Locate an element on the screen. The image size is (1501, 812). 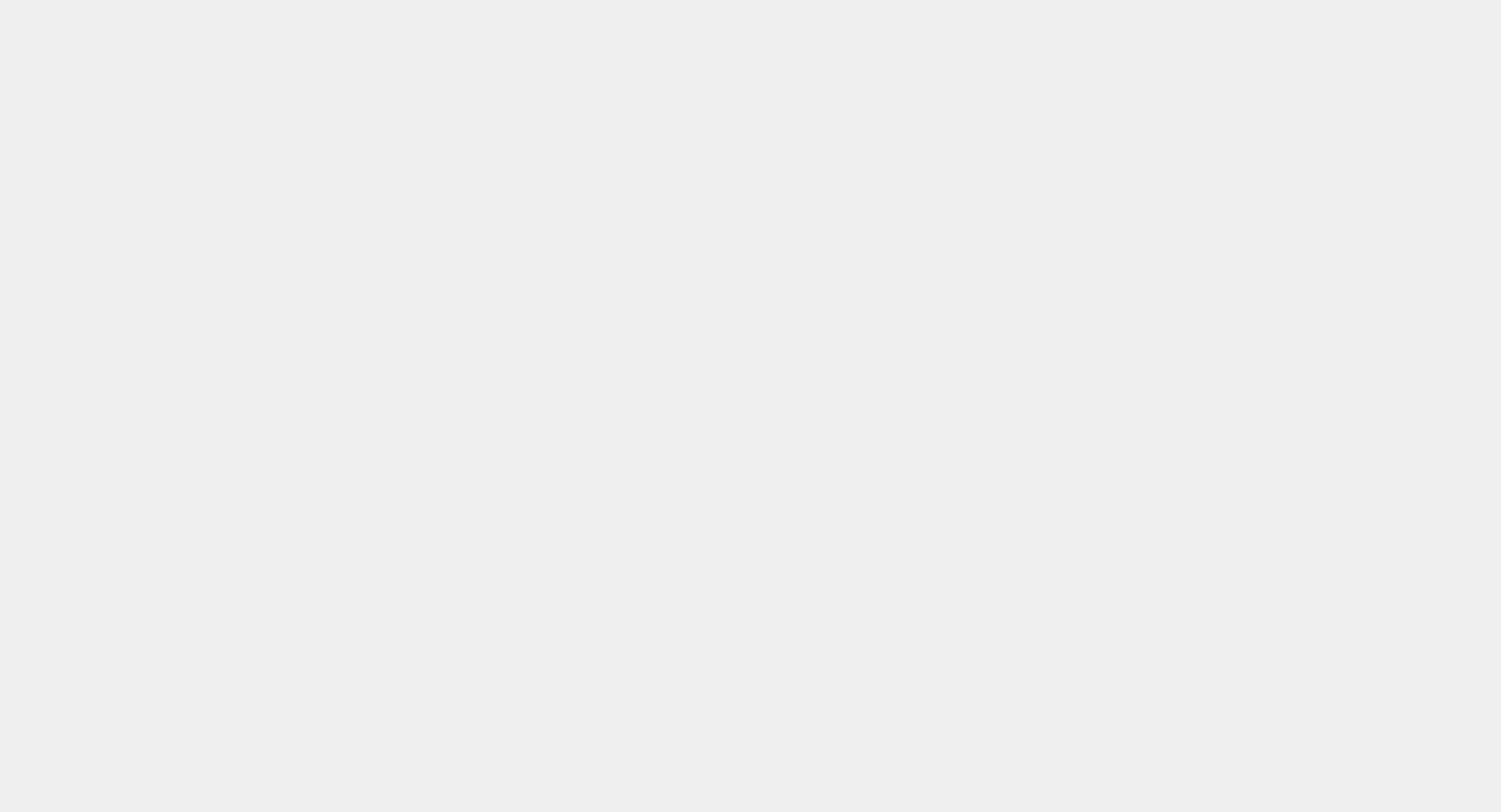
'BYOUNG LEE appointed chief financial officer; formerly chief financial officer/vice president special projects at REMEC Defense & Space.' is located at coordinates (548, 554).